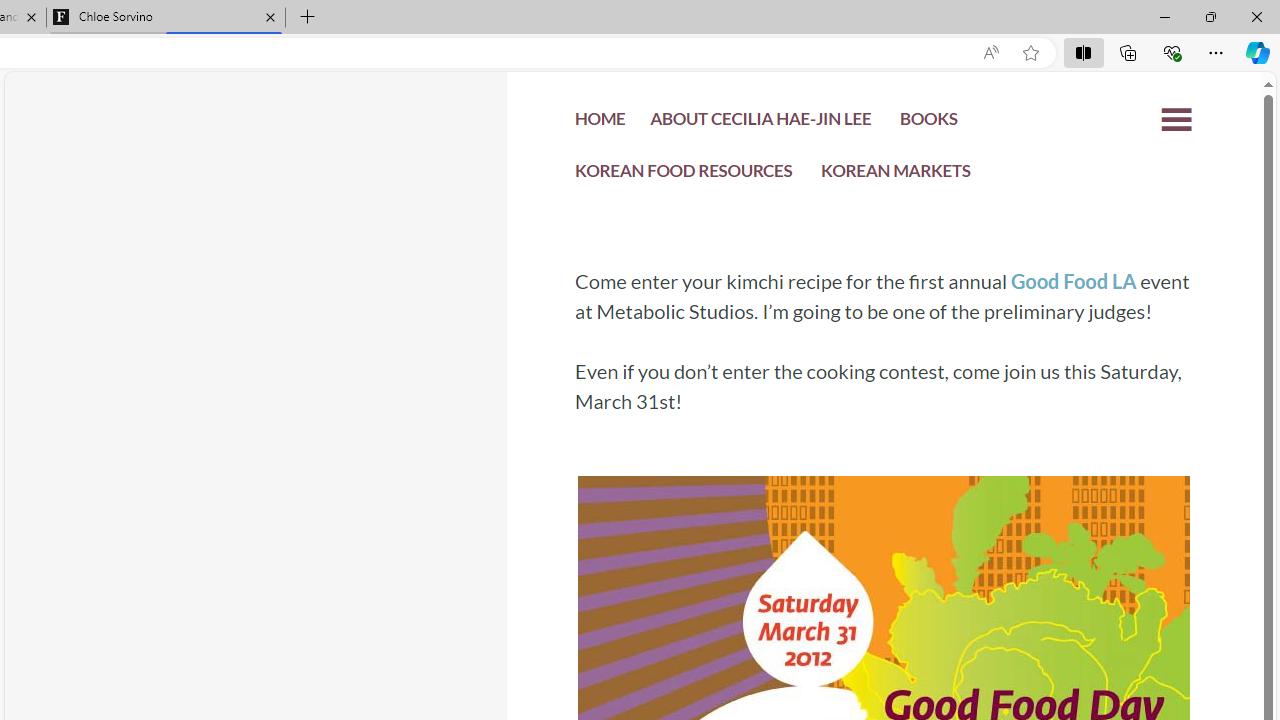 The width and height of the screenshot is (1280, 720). I want to click on 'HOME', so click(599, 122).